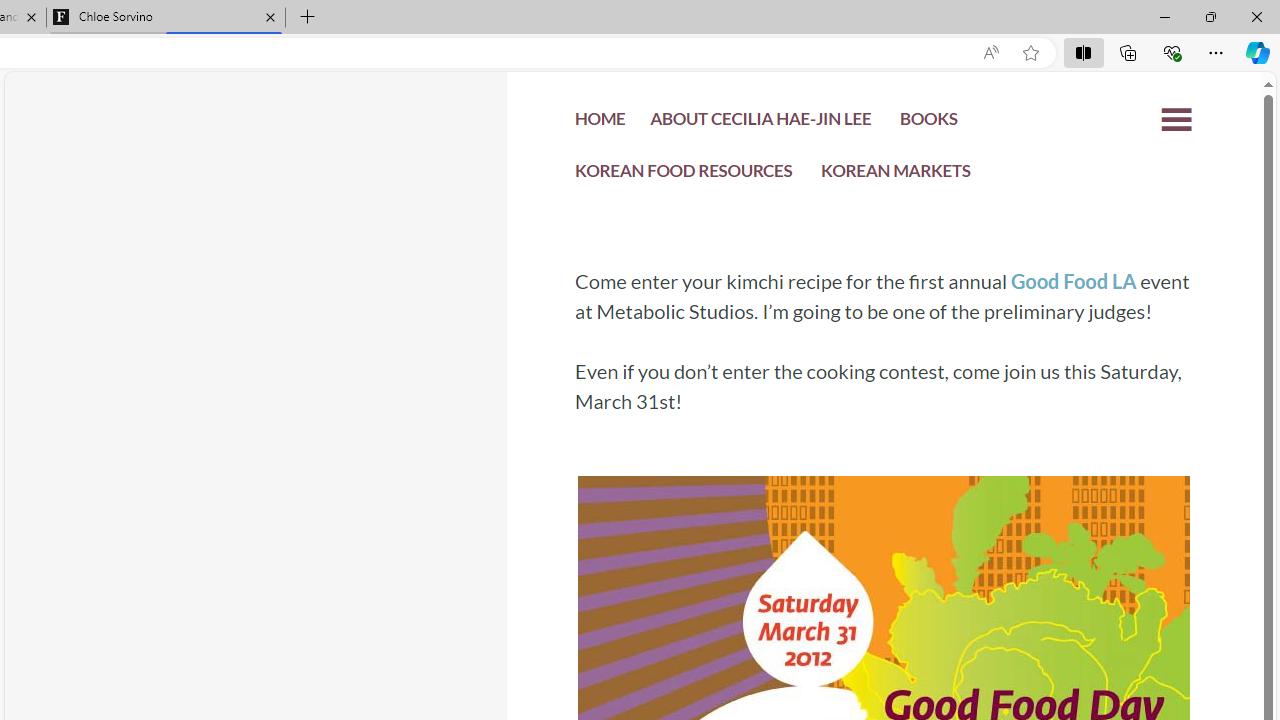 The width and height of the screenshot is (1280, 720). I want to click on 'HOME', so click(599, 122).